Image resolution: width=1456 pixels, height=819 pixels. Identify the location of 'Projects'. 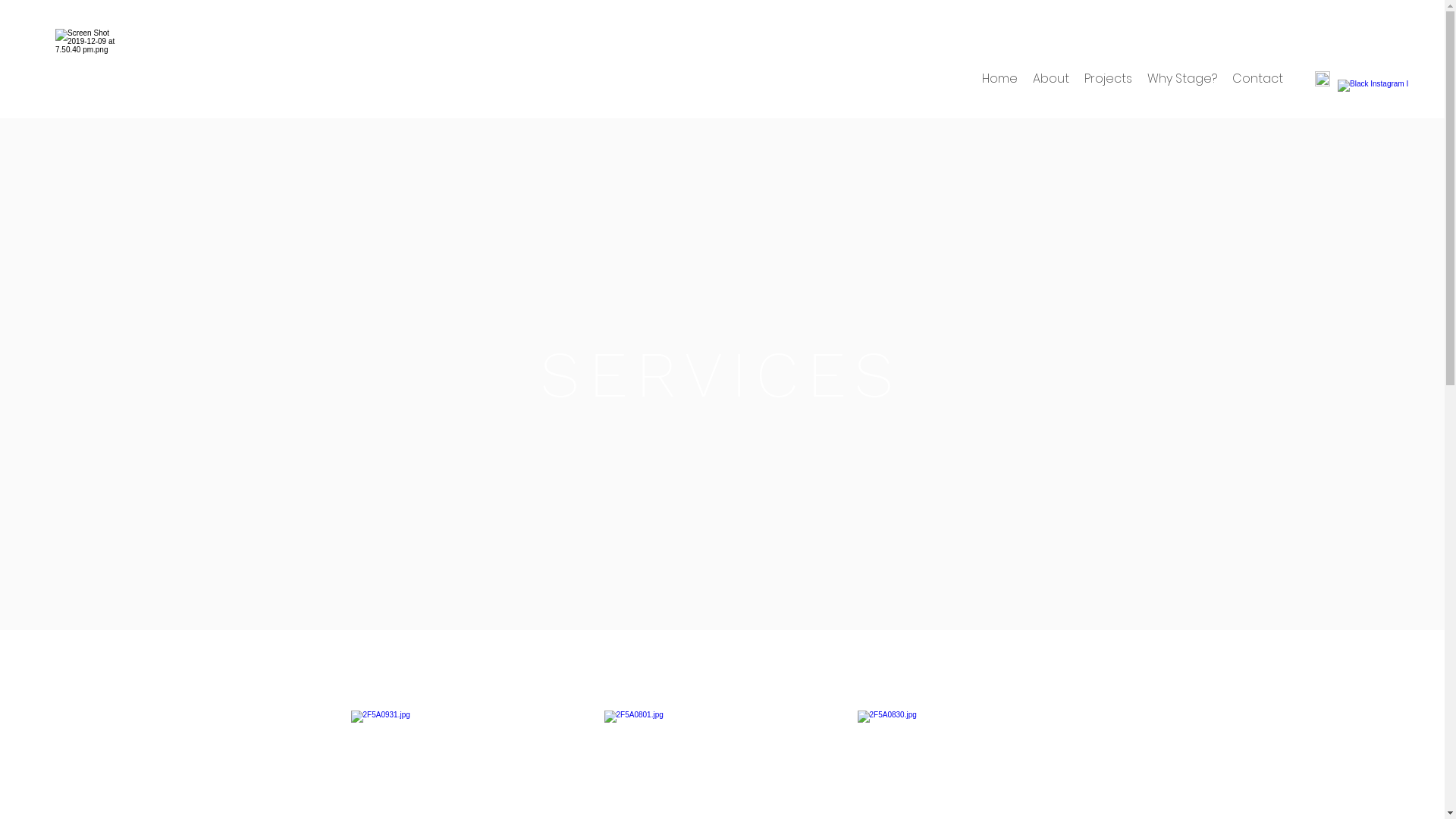
(1108, 79).